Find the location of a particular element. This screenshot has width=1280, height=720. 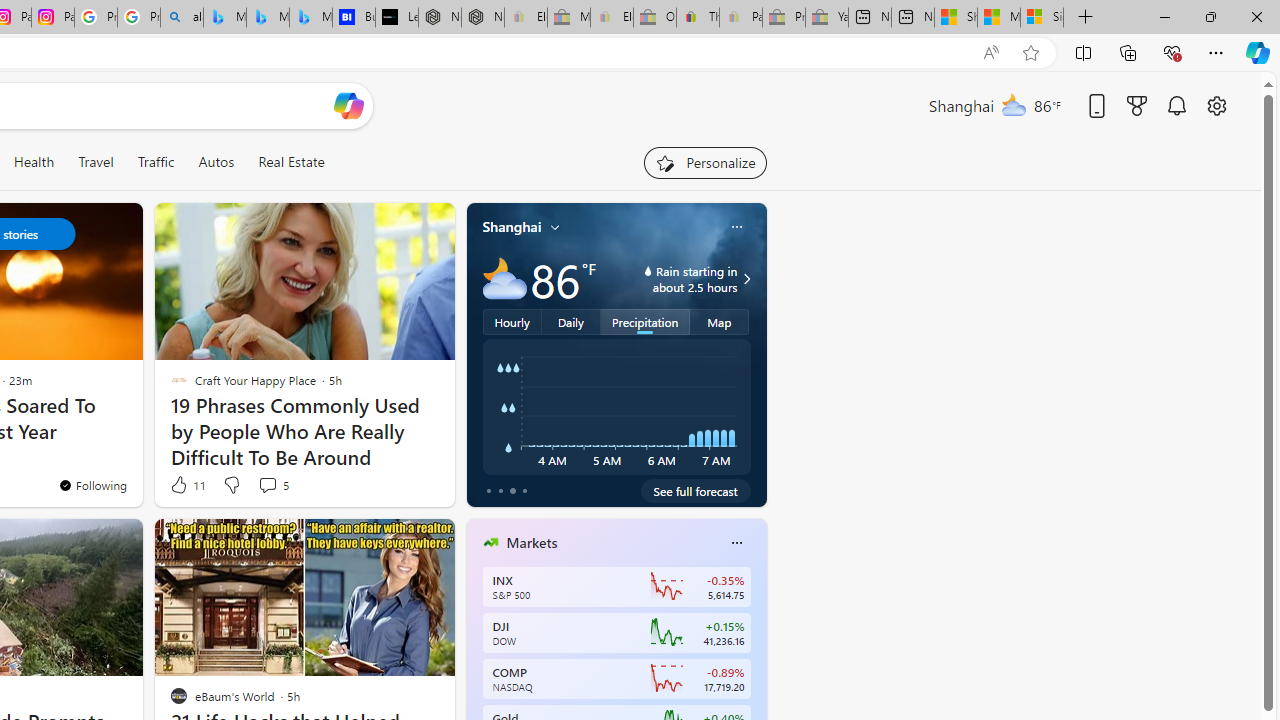

'Yard, Garden & Outdoor Living - Sleeping' is located at coordinates (827, 17).